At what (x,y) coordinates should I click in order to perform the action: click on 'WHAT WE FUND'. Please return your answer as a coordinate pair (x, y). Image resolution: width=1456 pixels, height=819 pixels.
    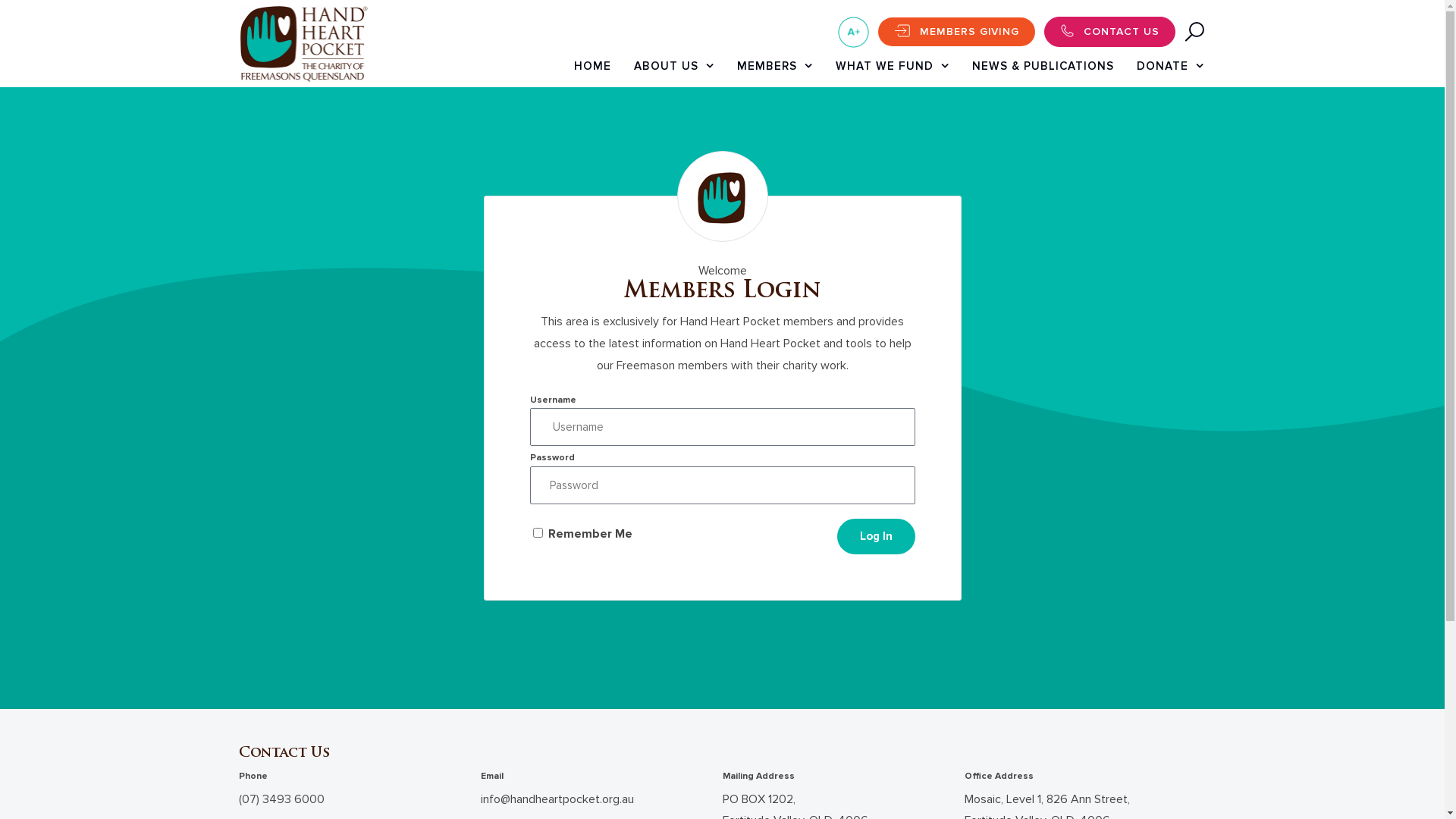
    Looking at the image, I should click on (892, 70).